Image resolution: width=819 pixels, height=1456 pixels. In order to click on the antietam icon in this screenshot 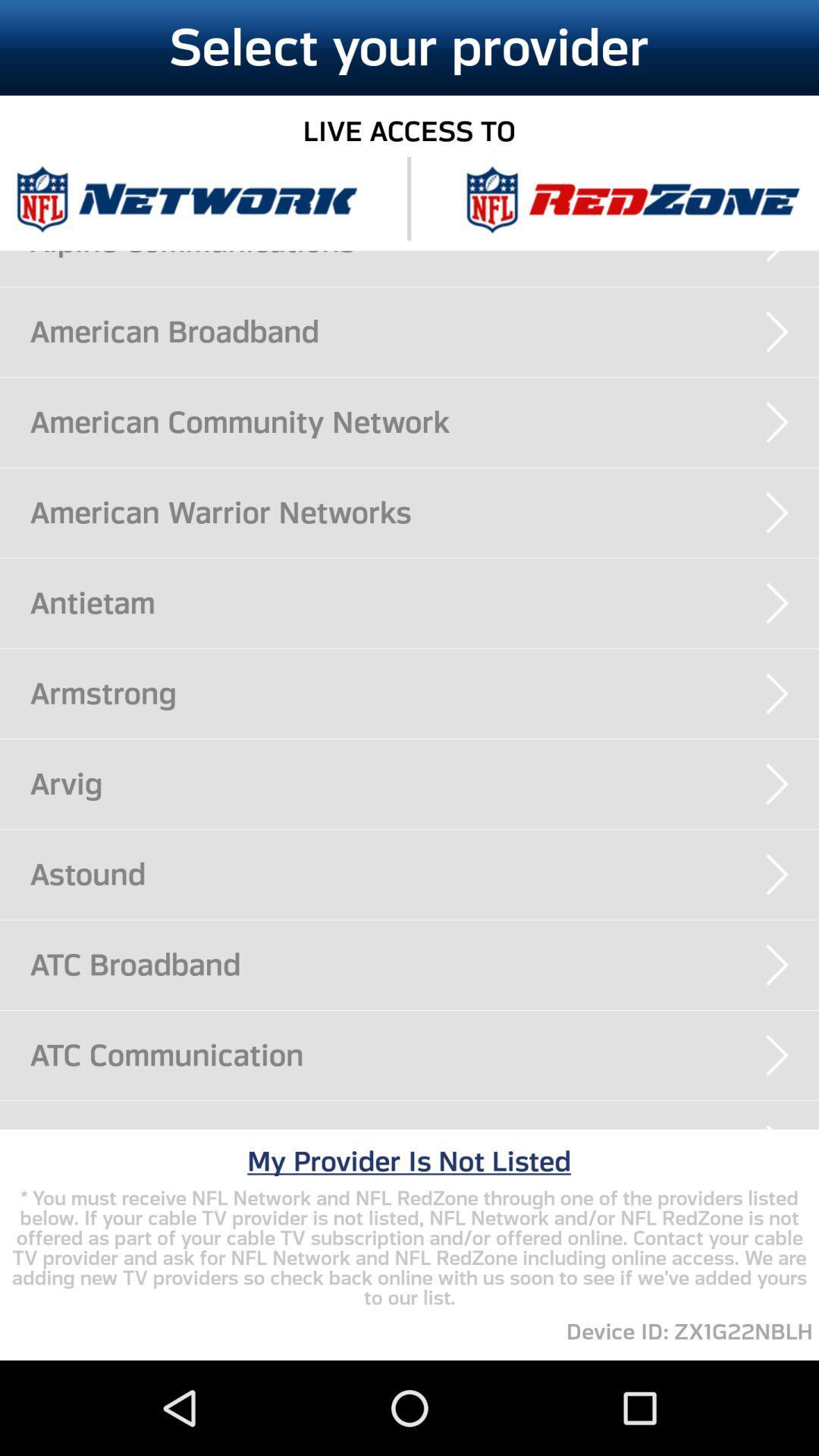, I will do `click(424, 602)`.